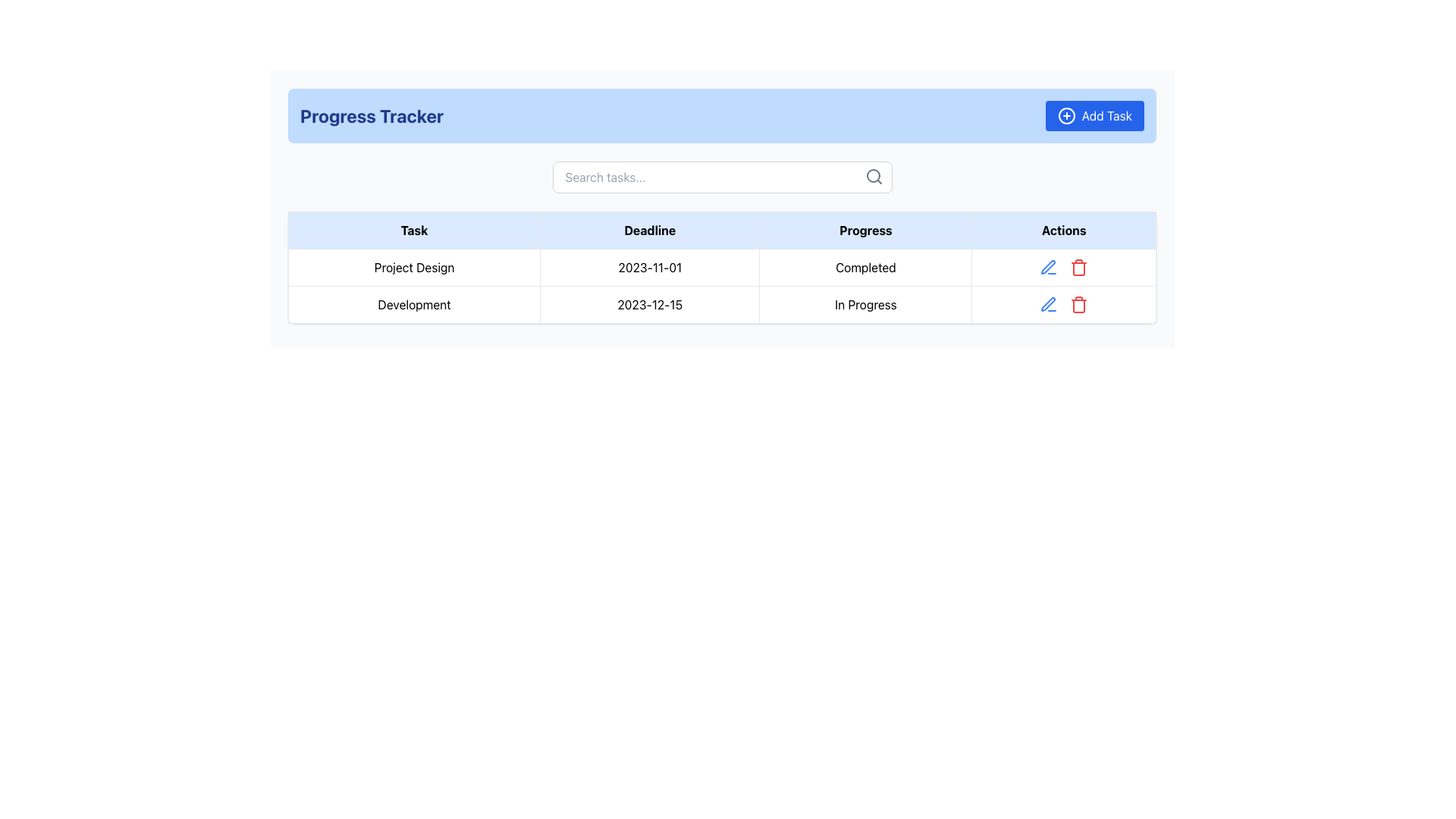 The width and height of the screenshot is (1456, 819). Describe the element at coordinates (414, 267) in the screenshot. I see `the table cell containing the text 'Project Design' in the first column of the first data row under the 'Task' header` at that location.